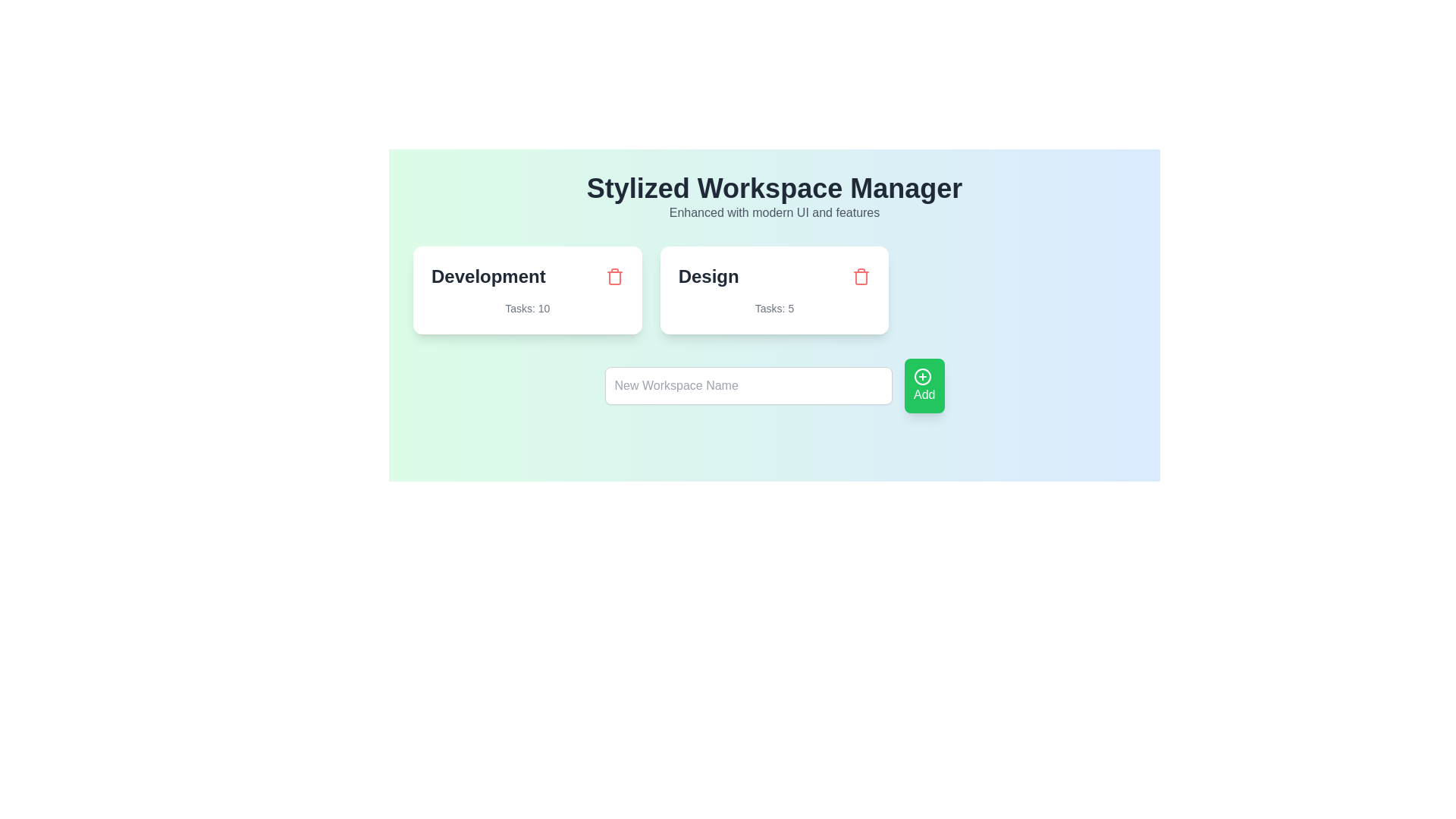  Describe the element at coordinates (924, 385) in the screenshot. I see `the 'Add Workspace' button located to the right of the input field with the placeholder 'New Workspace Name' to receive keyboard input` at that location.